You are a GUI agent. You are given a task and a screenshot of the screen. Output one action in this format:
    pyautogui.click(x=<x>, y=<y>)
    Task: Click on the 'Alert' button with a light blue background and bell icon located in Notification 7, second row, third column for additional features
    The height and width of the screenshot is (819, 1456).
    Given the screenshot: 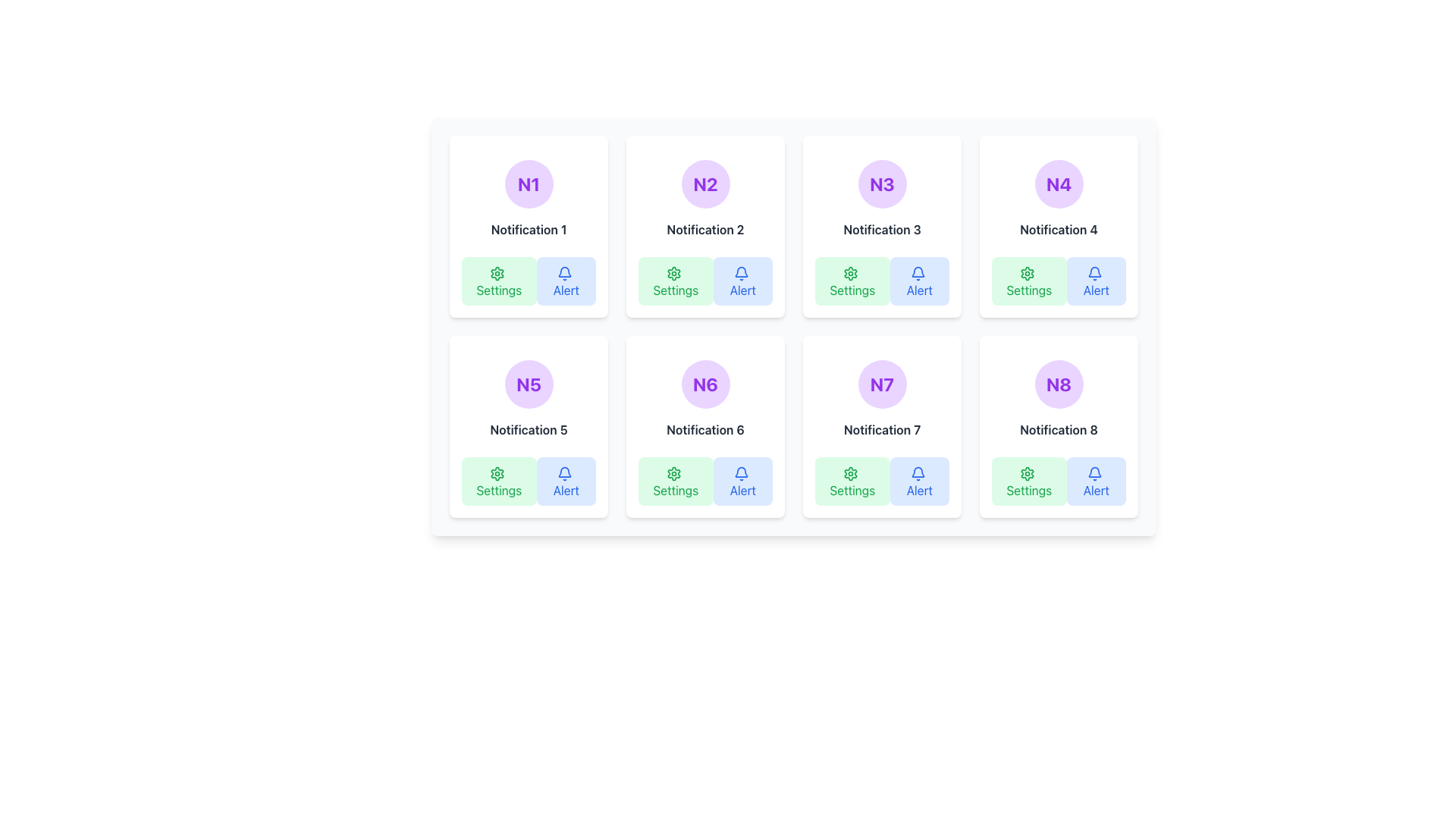 What is the action you would take?
    pyautogui.click(x=918, y=482)
    